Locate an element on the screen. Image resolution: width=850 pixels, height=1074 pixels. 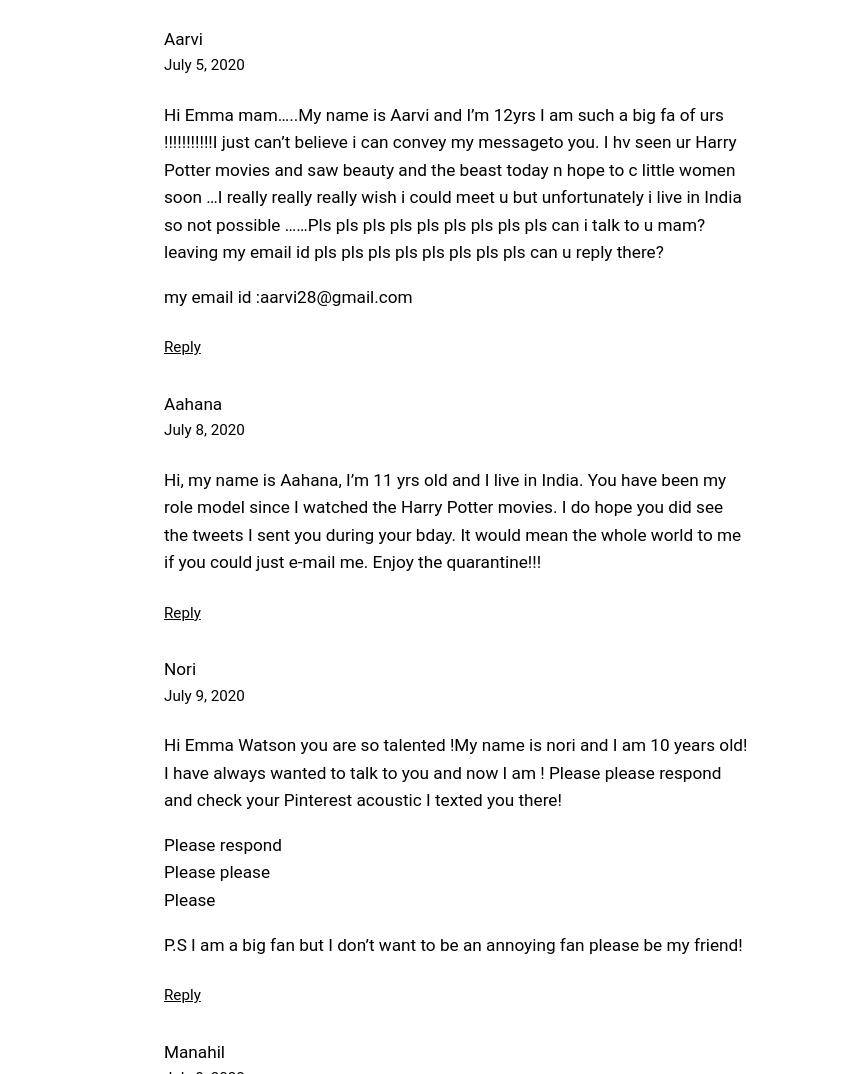
'Hi Emma Watson you are so talented !My name is nori and I am 10 years old! I have always wanted to talk to you and now I am ! Please please respond and check your Pinterest acoustic I texted you there!' is located at coordinates (163, 771).